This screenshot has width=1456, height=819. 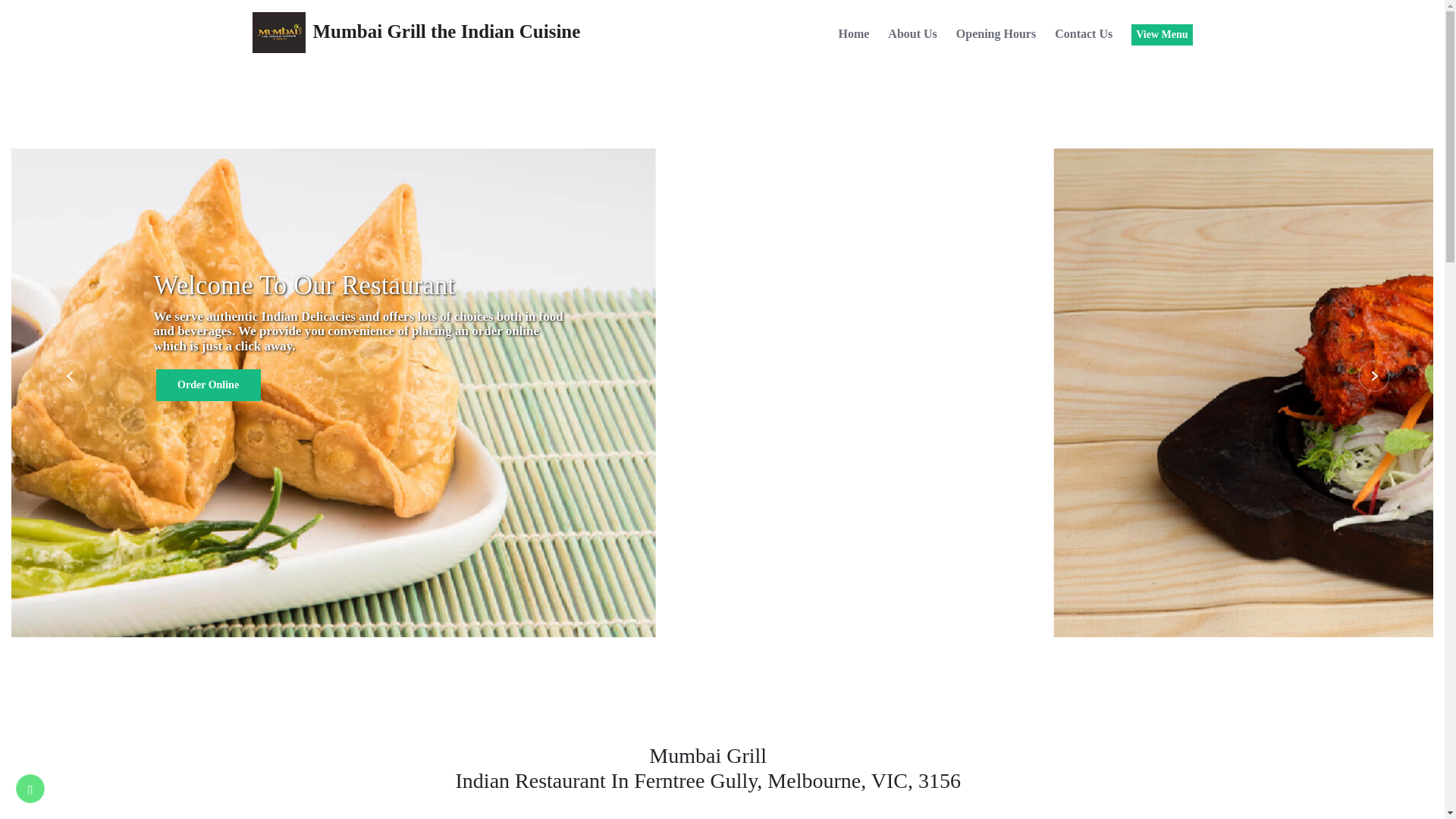 What do you see at coordinates (853, 35) in the screenshot?
I see `'Home'` at bounding box center [853, 35].